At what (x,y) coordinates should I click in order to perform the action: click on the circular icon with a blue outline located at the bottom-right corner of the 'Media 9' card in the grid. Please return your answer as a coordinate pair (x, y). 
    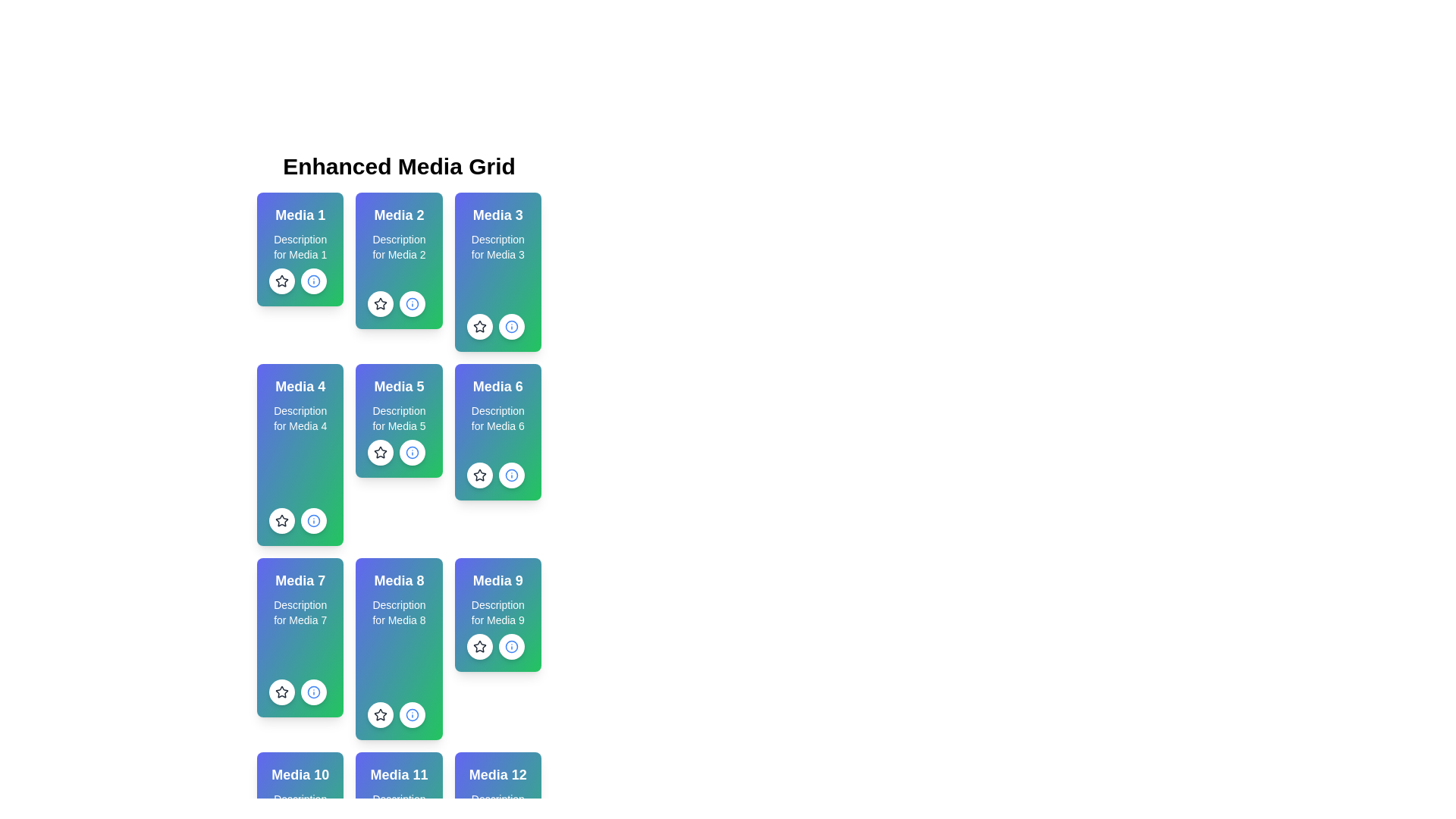
    Looking at the image, I should click on (511, 646).